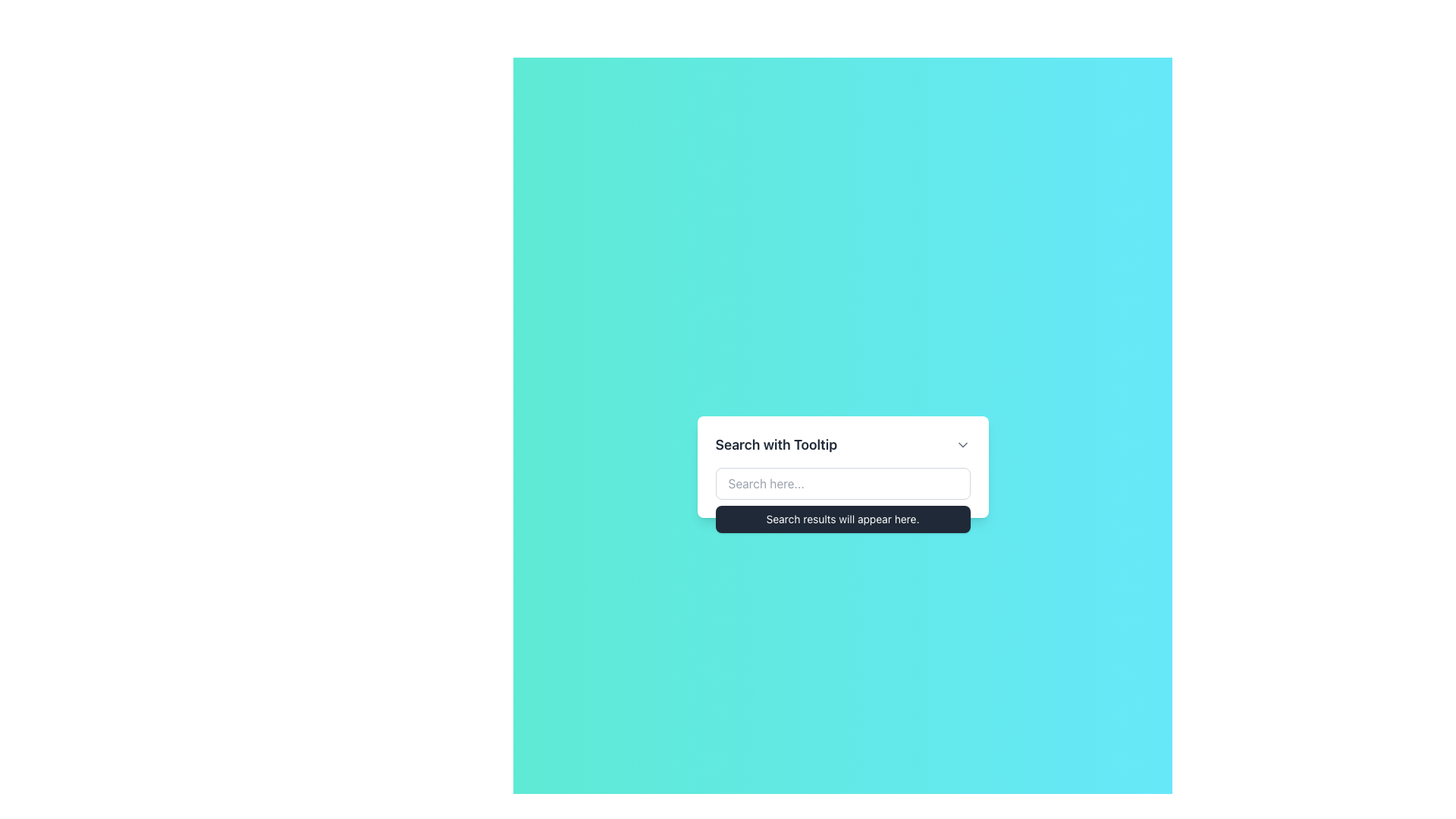 The height and width of the screenshot is (819, 1456). What do you see at coordinates (962, 444) in the screenshot?
I see `the icon button located in the top right corner of the 'Search with Tooltip' header` at bounding box center [962, 444].